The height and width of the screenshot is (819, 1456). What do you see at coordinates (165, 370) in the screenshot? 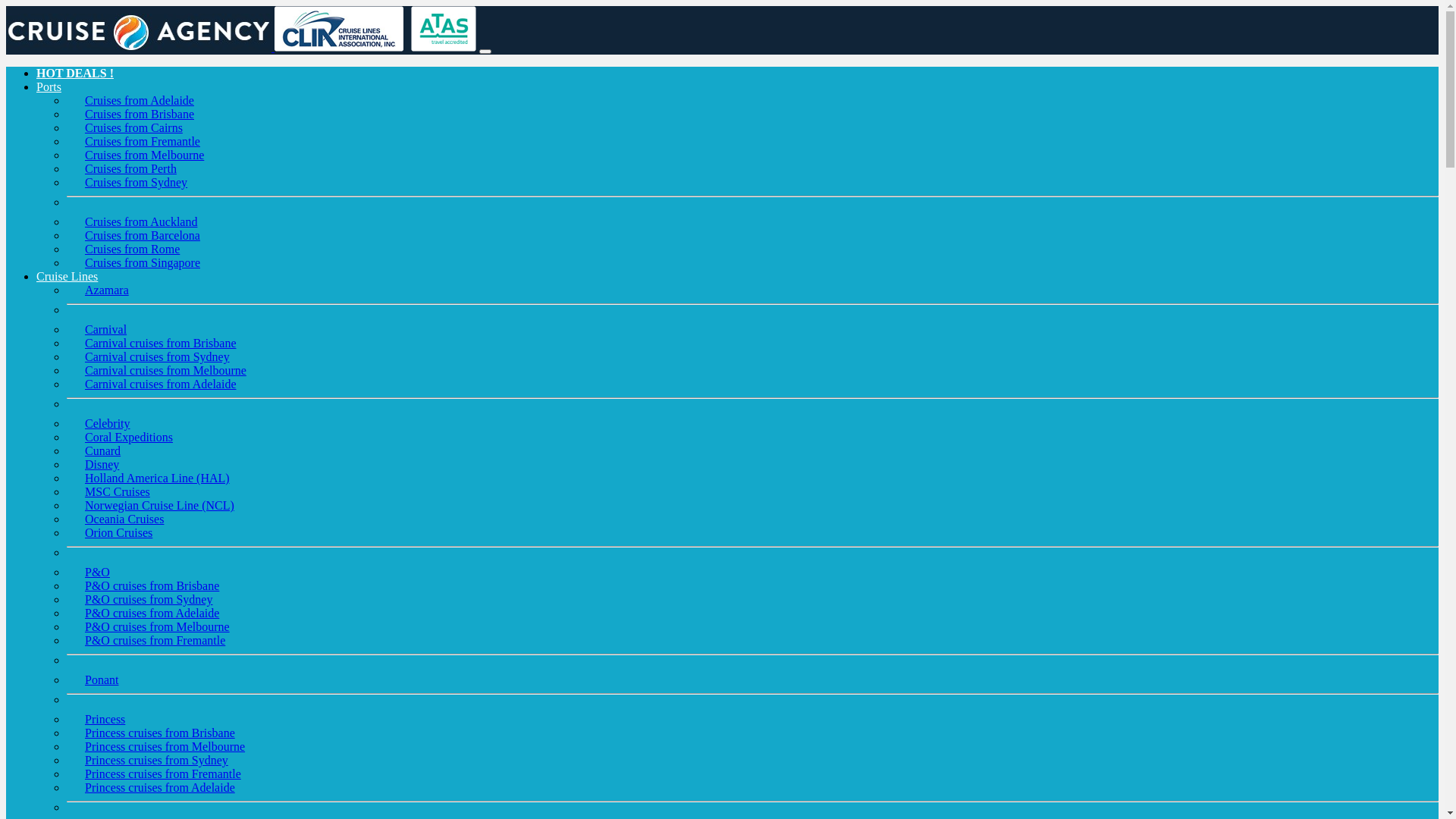
I see `'Carnival cruises from Melbourne'` at bounding box center [165, 370].